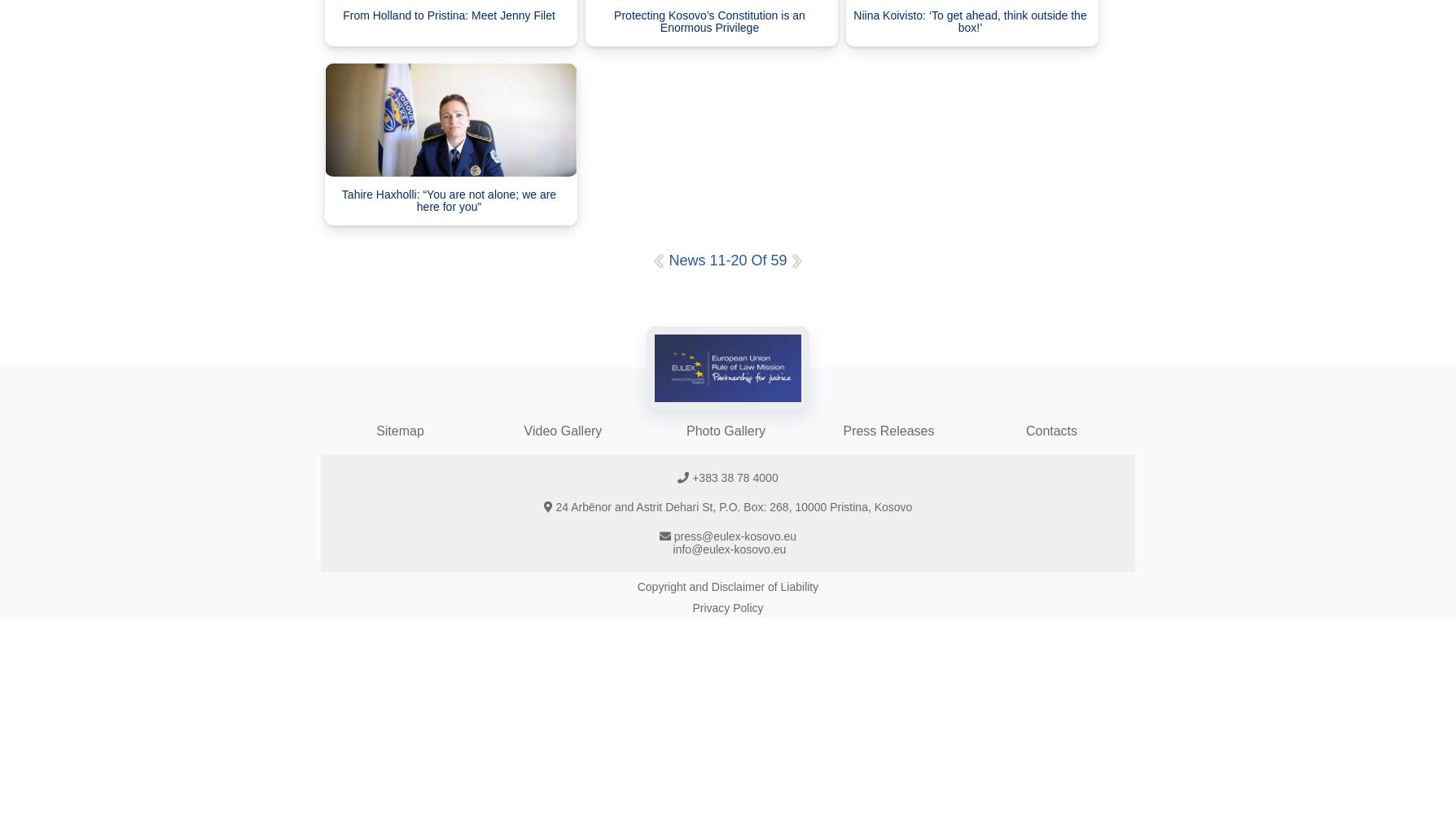 The width and height of the screenshot is (1456, 814). Describe the element at coordinates (523, 431) in the screenshot. I see `'Video Gallery'` at that location.